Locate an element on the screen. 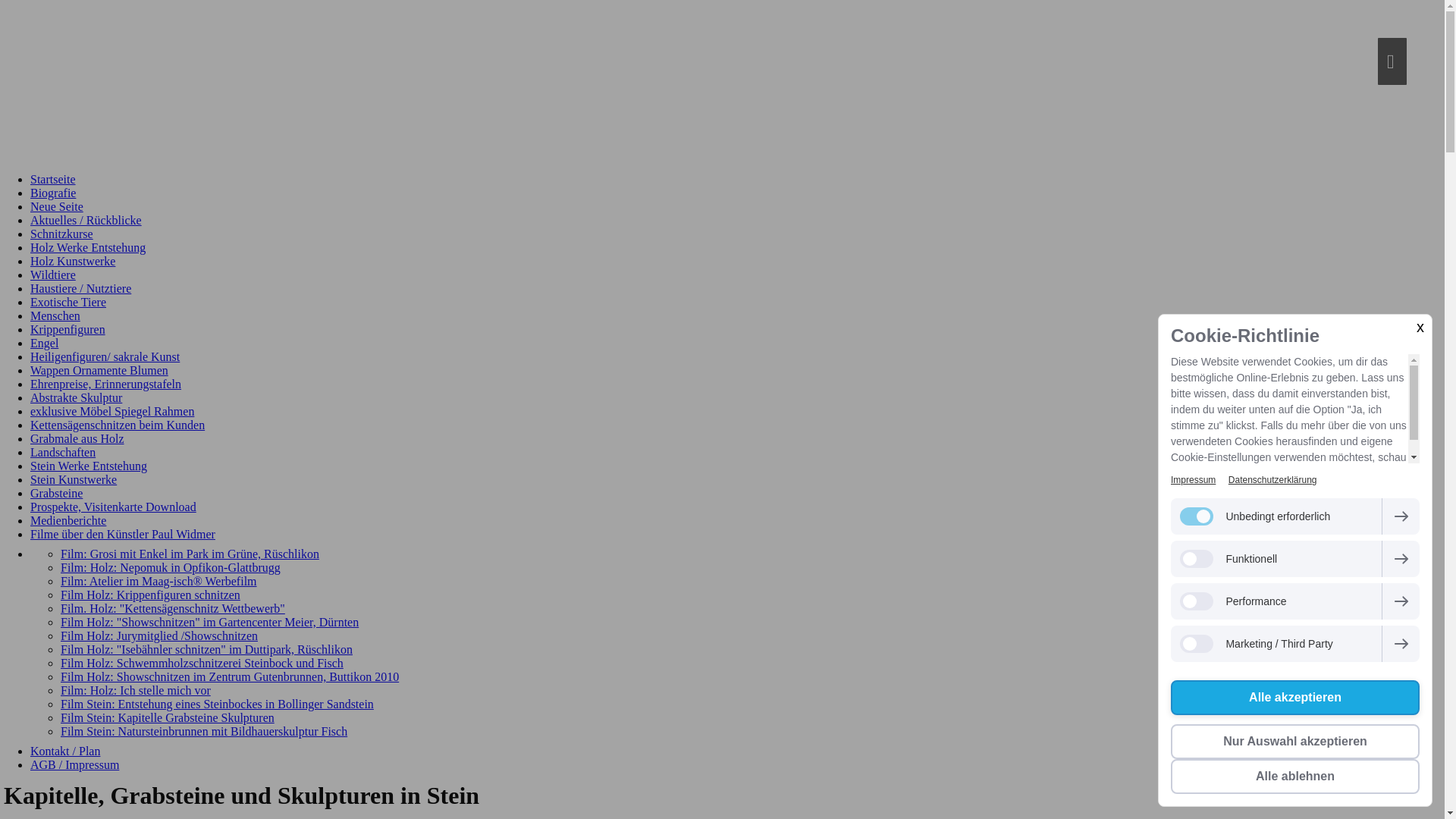  'Stein Kunstwerke' is located at coordinates (72, 479).